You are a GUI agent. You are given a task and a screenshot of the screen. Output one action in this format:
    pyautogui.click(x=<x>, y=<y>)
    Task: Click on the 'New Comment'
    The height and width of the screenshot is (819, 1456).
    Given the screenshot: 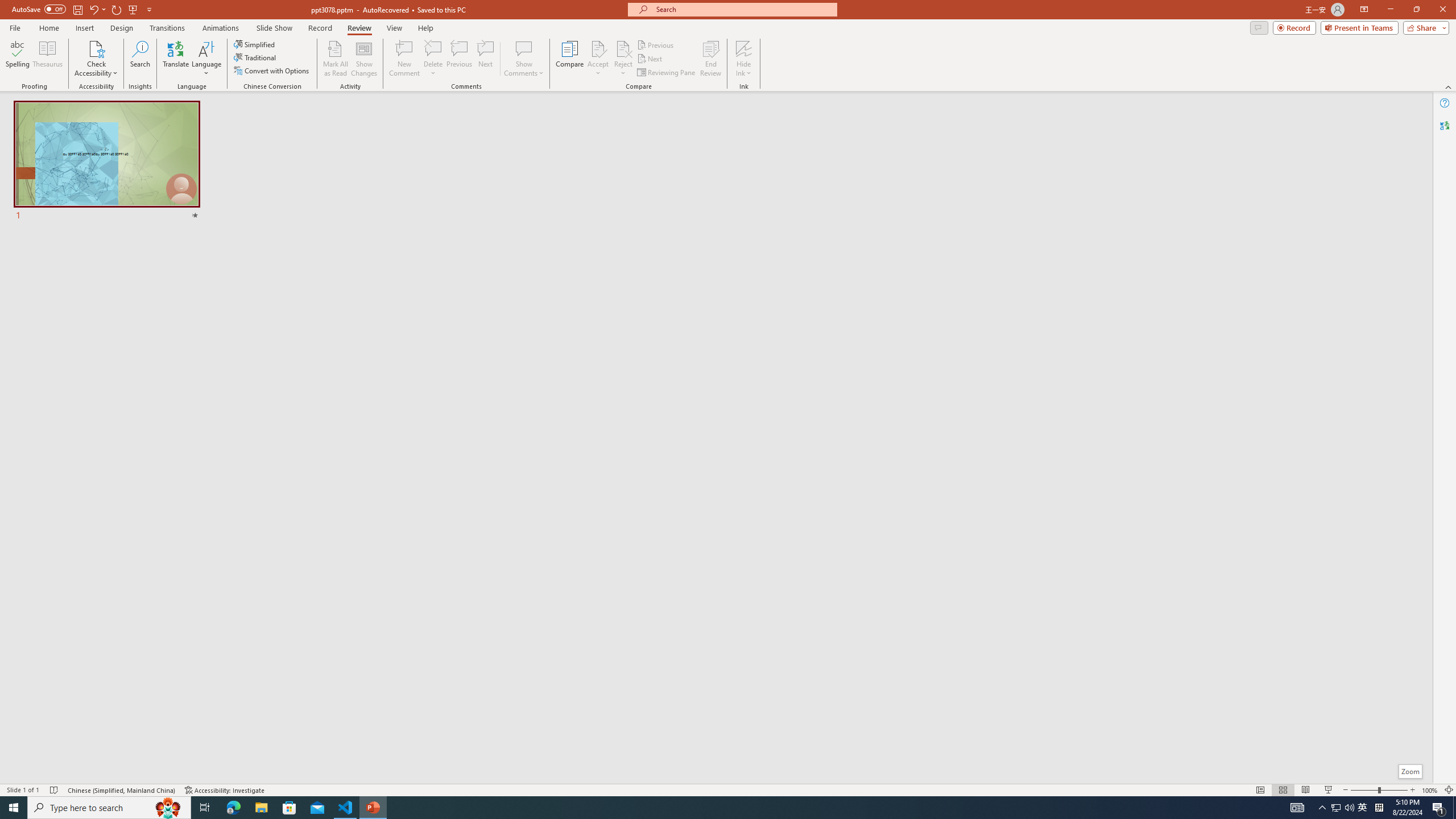 What is the action you would take?
    pyautogui.click(x=403, y=59)
    